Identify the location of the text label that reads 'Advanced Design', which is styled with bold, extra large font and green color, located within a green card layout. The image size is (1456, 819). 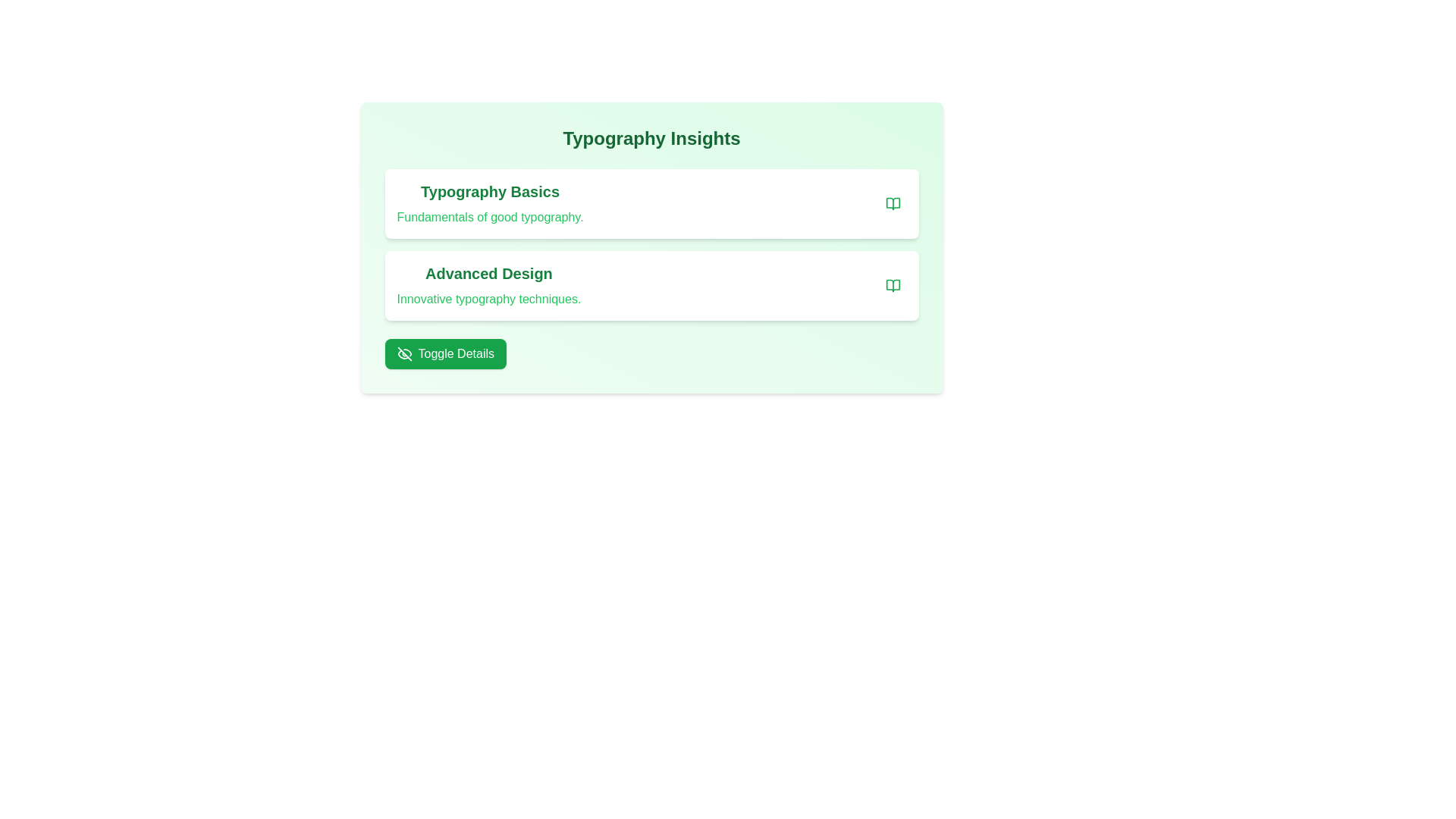
(488, 274).